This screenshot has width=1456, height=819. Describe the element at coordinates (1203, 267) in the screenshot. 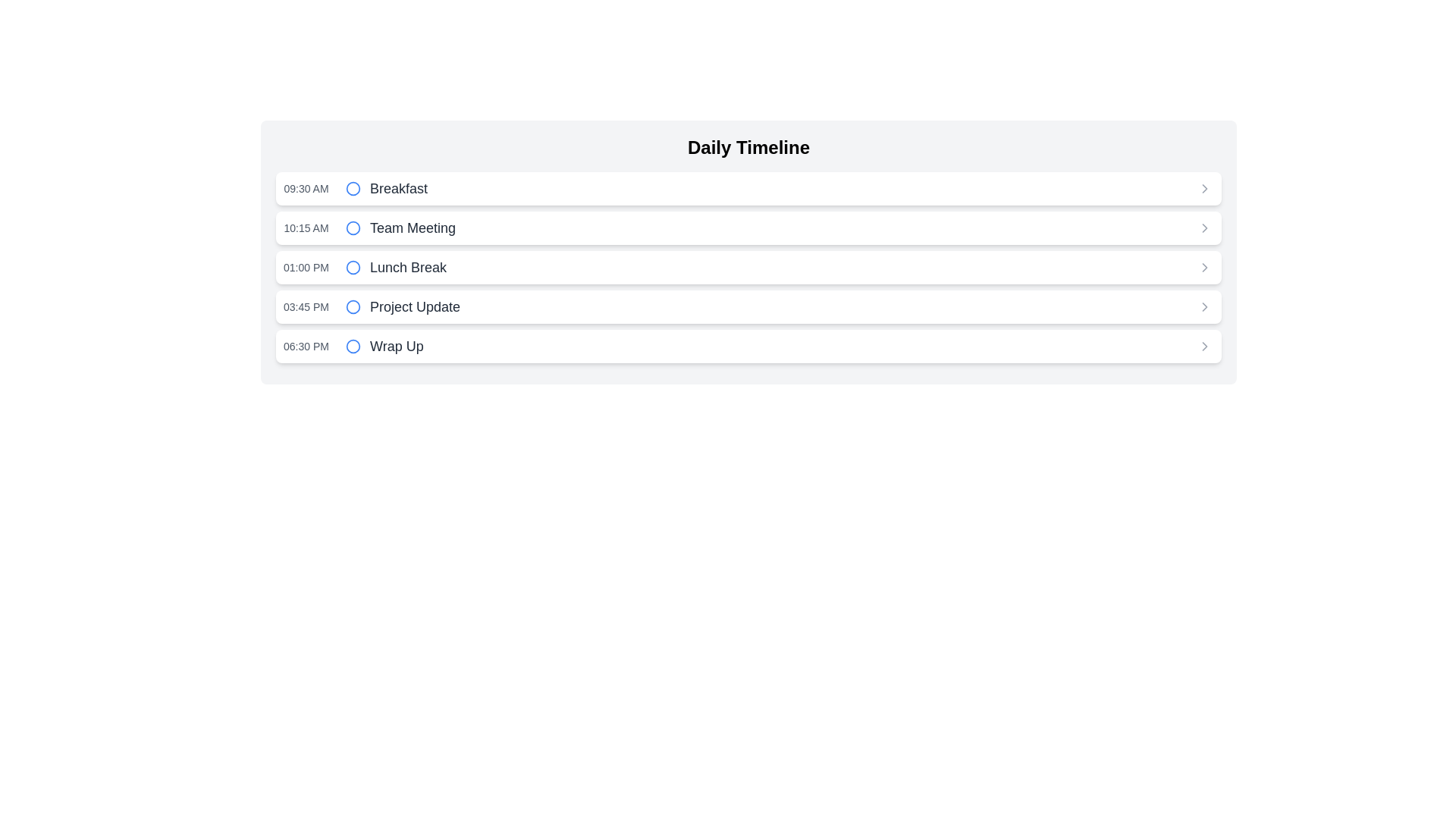

I see `the Chevron icon at the far right of the 'Lunch Break' timeline item to change its color` at that location.